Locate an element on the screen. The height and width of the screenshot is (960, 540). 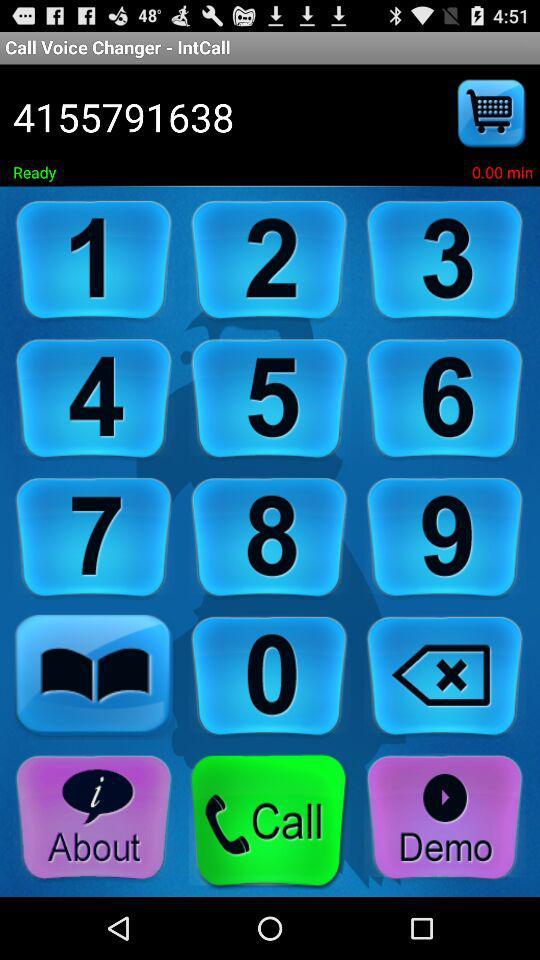
eight is located at coordinates (269, 537).